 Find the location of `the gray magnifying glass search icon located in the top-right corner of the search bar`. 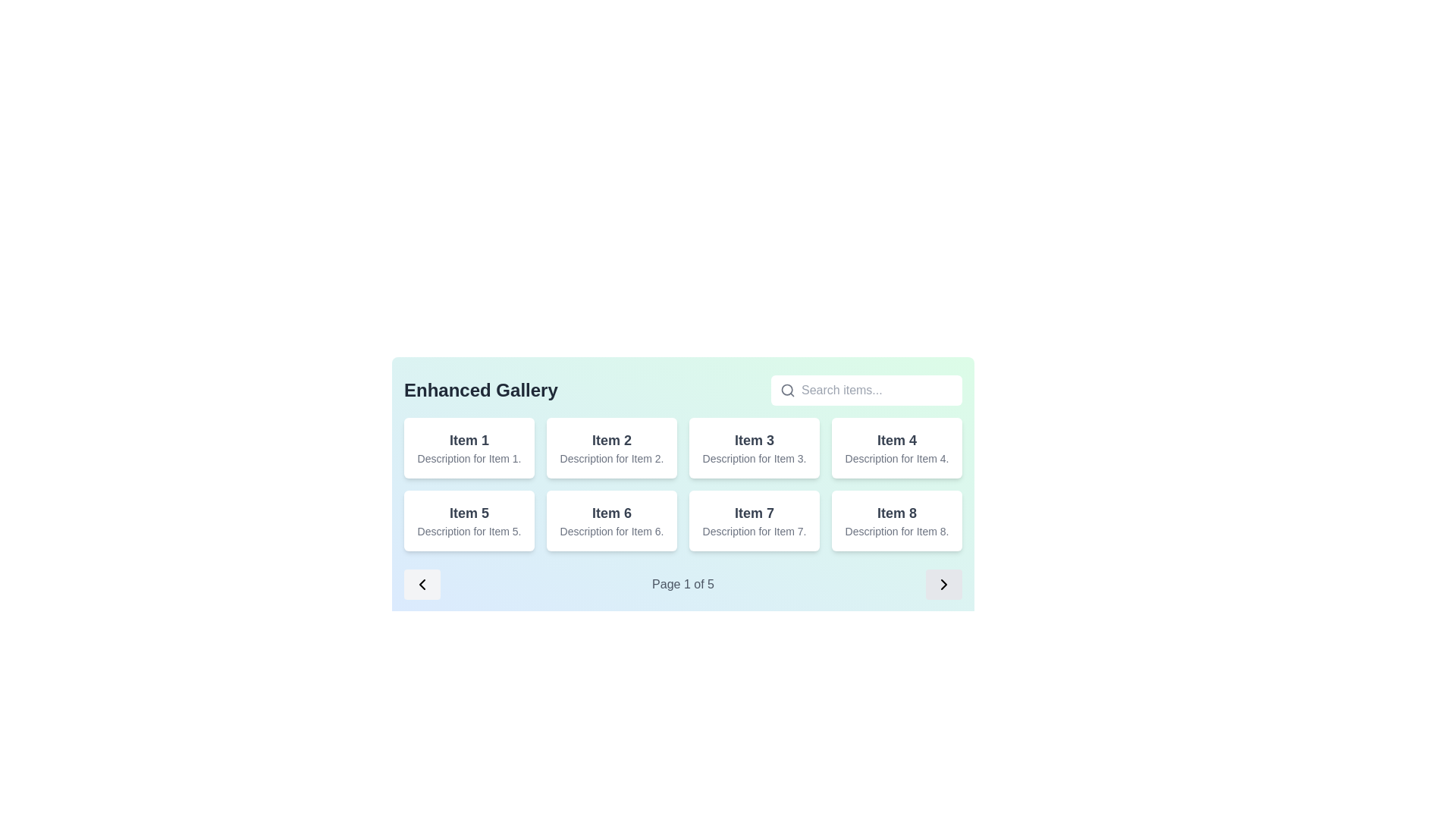

the gray magnifying glass search icon located in the top-right corner of the search bar is located at coordinates (787, 390).